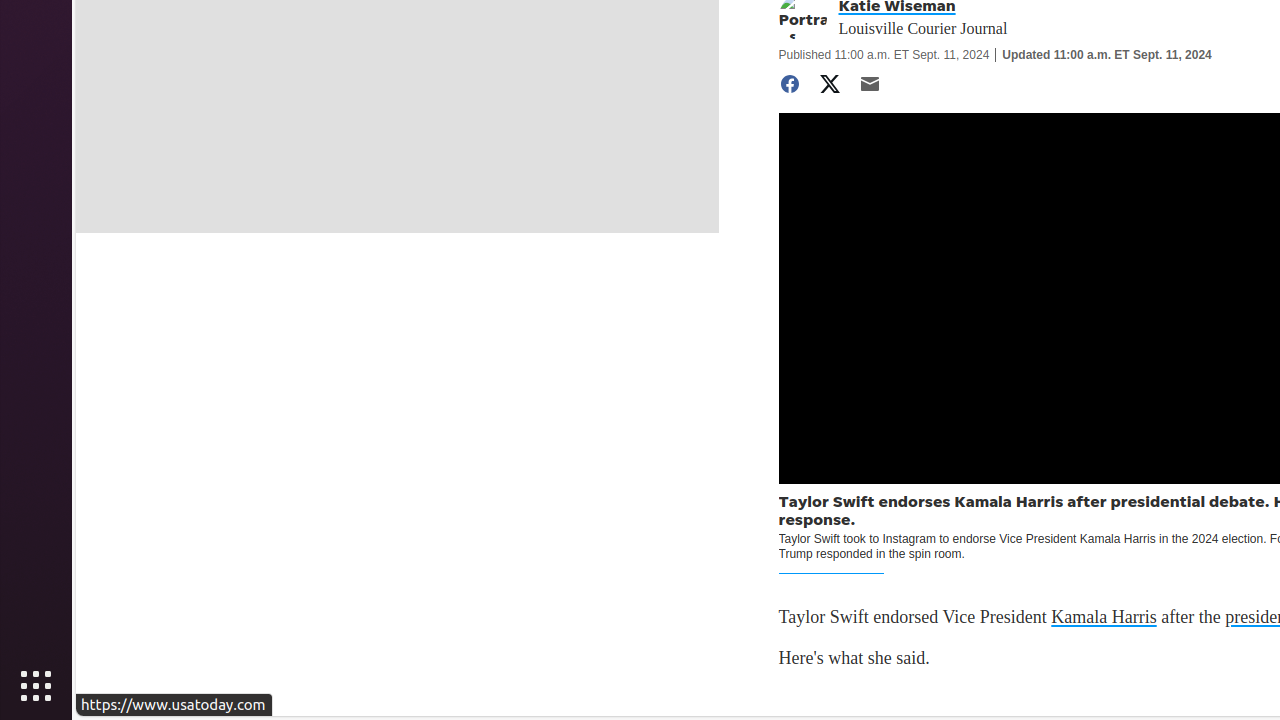 Image resolution: width=1280 pixels, height=720 pixels. I want to click on 'Kamala Harris', so click(1103, 616).